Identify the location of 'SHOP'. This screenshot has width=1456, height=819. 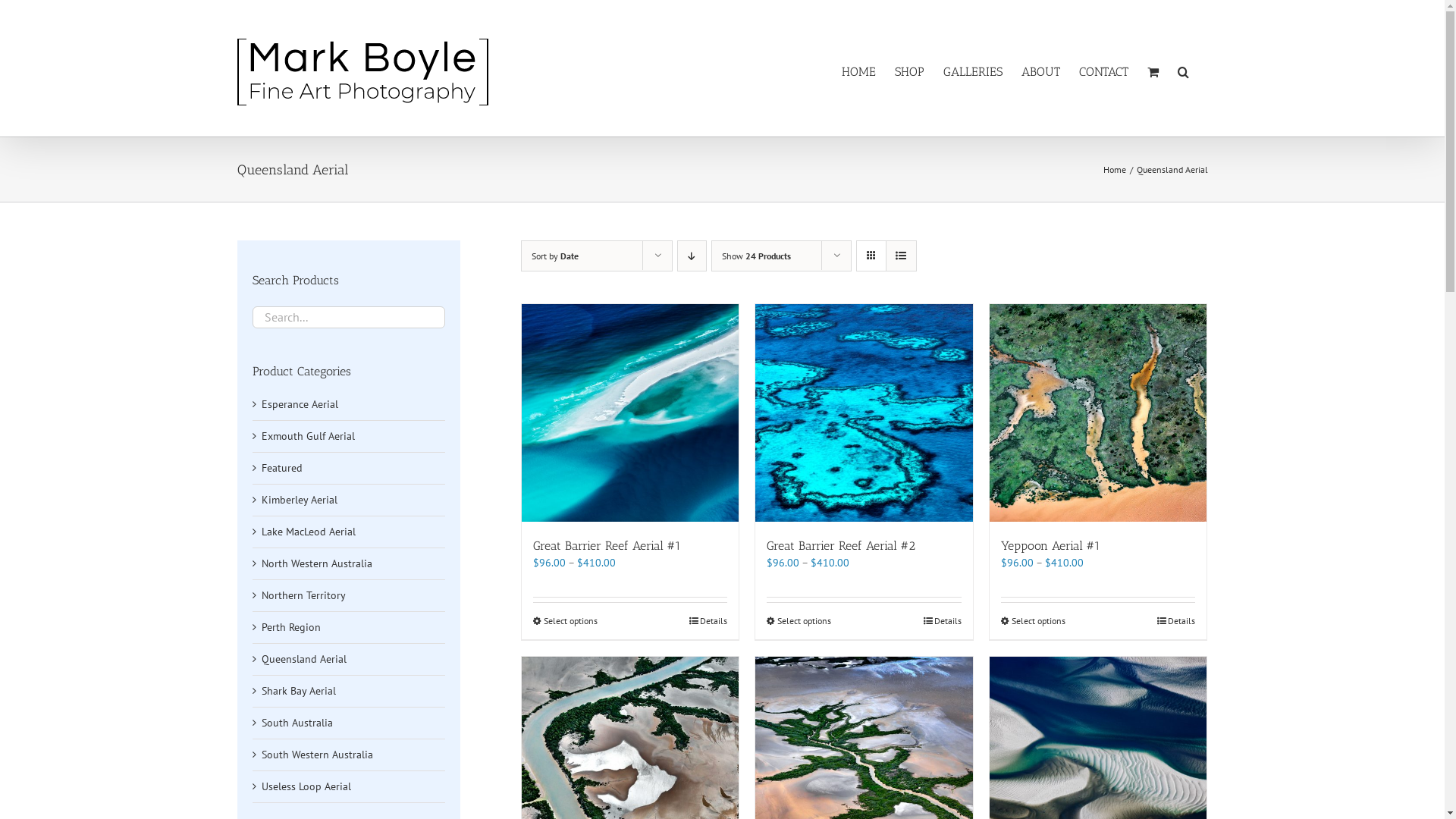
(909, 72).